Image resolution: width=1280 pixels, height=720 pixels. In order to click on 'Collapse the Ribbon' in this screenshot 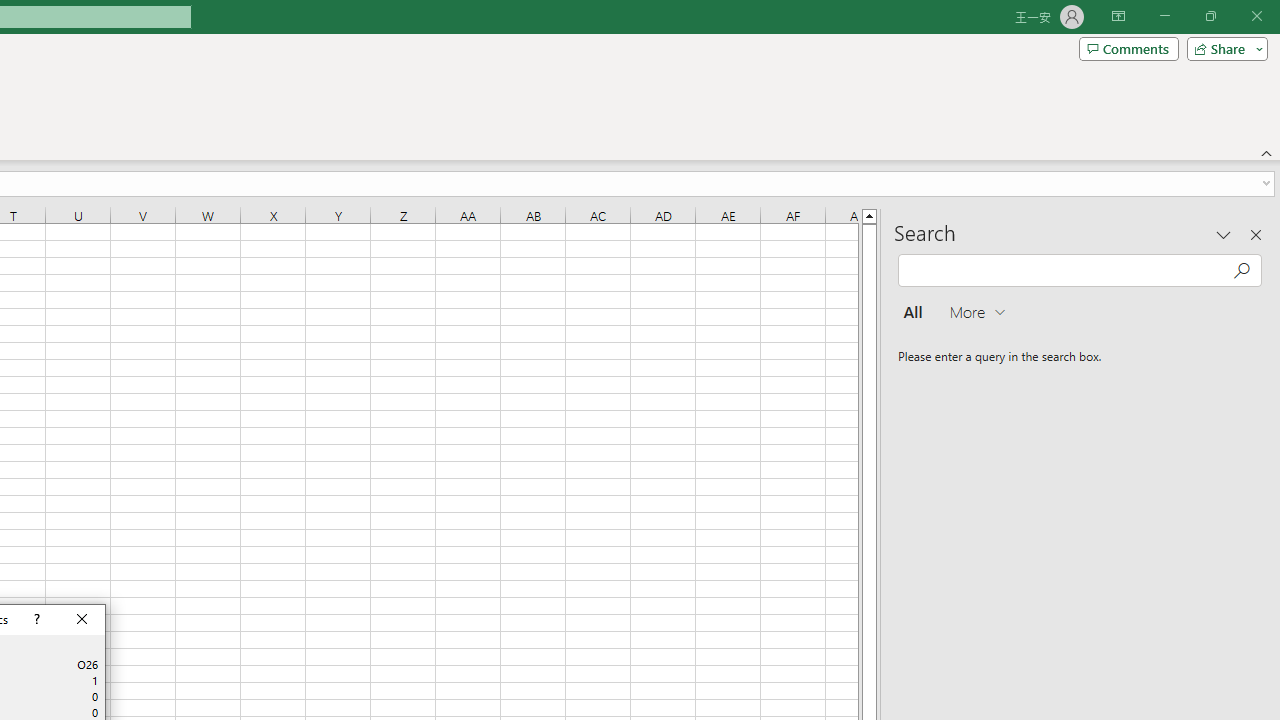, I will do `click(1266, 152)`.